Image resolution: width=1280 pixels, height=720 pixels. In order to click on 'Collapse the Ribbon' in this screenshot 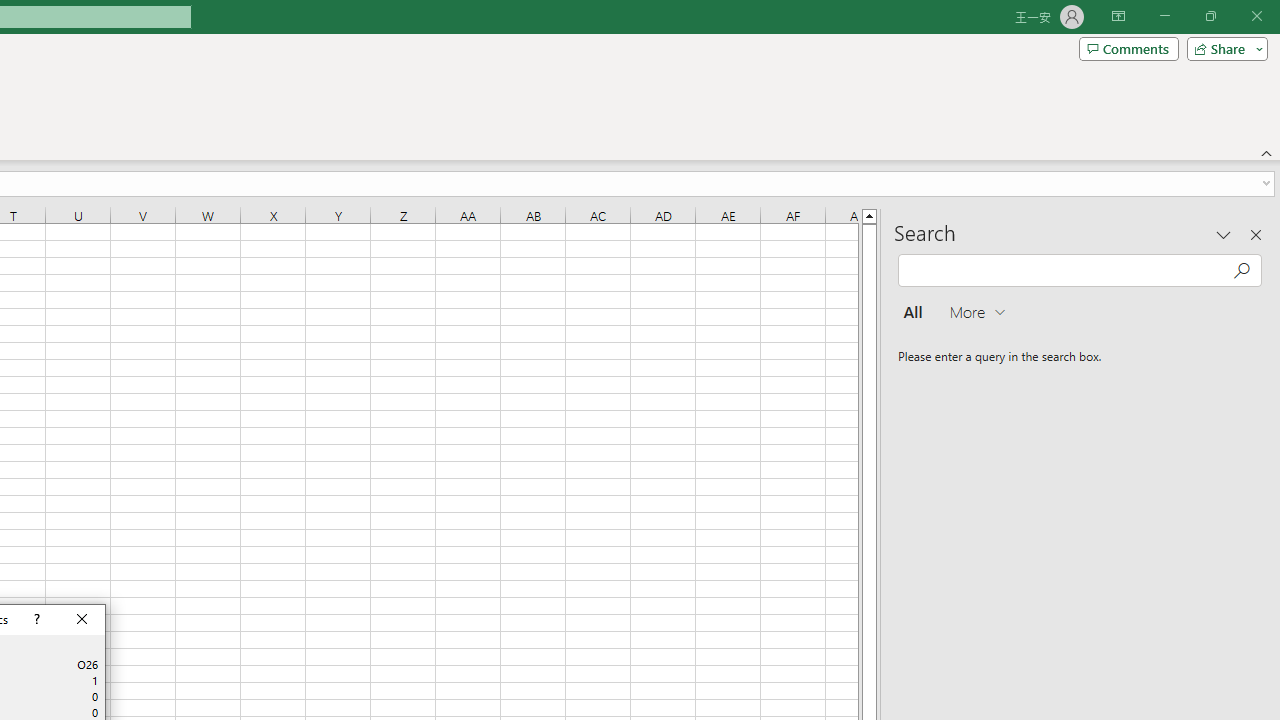, I will do `click(1266, 152)`.